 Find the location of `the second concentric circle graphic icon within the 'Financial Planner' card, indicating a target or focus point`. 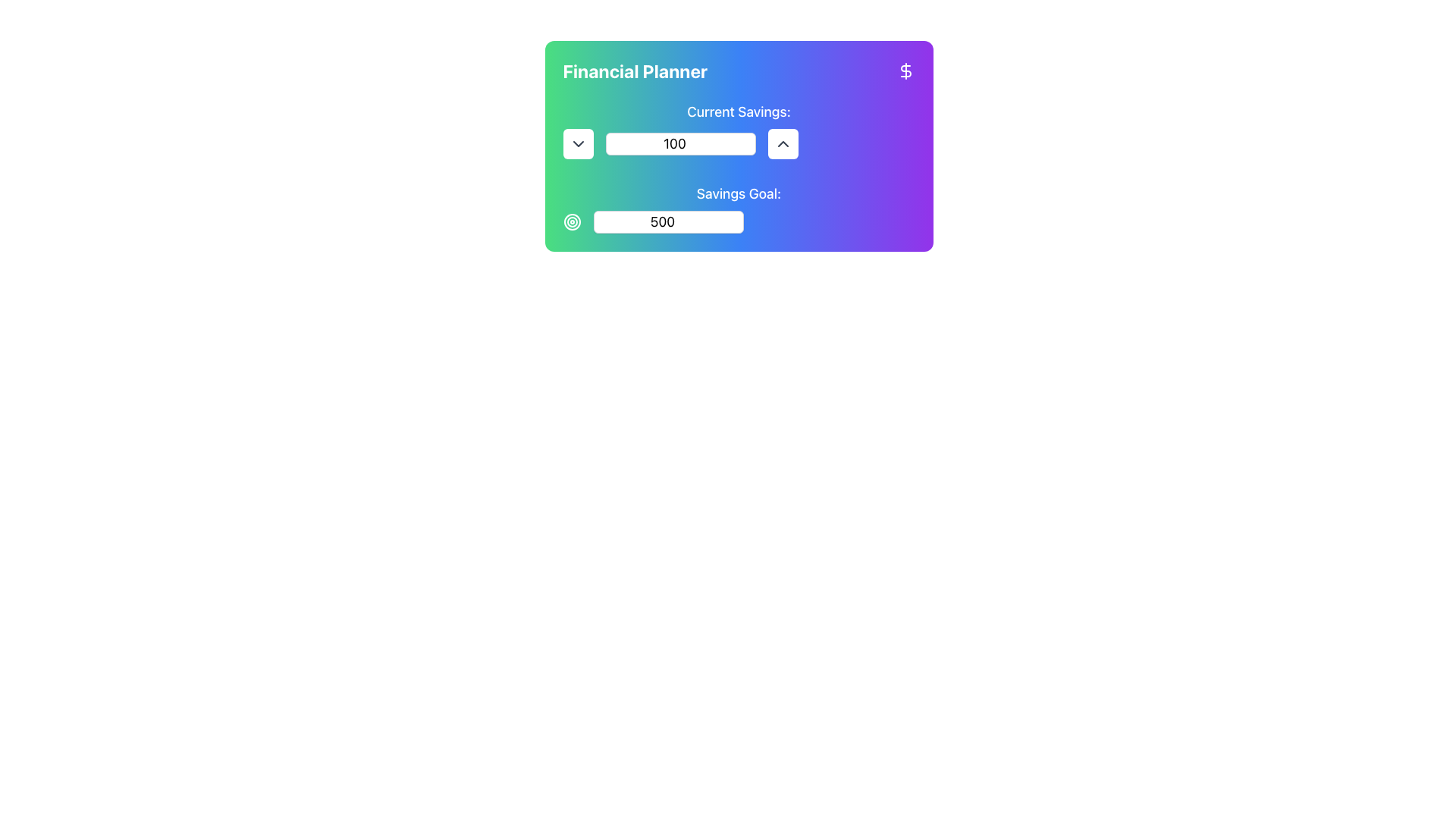

the second concentric circle graphic icon within the 'Financial Planner' card, indicating a target or focus point is located at coordinates (571, 222).